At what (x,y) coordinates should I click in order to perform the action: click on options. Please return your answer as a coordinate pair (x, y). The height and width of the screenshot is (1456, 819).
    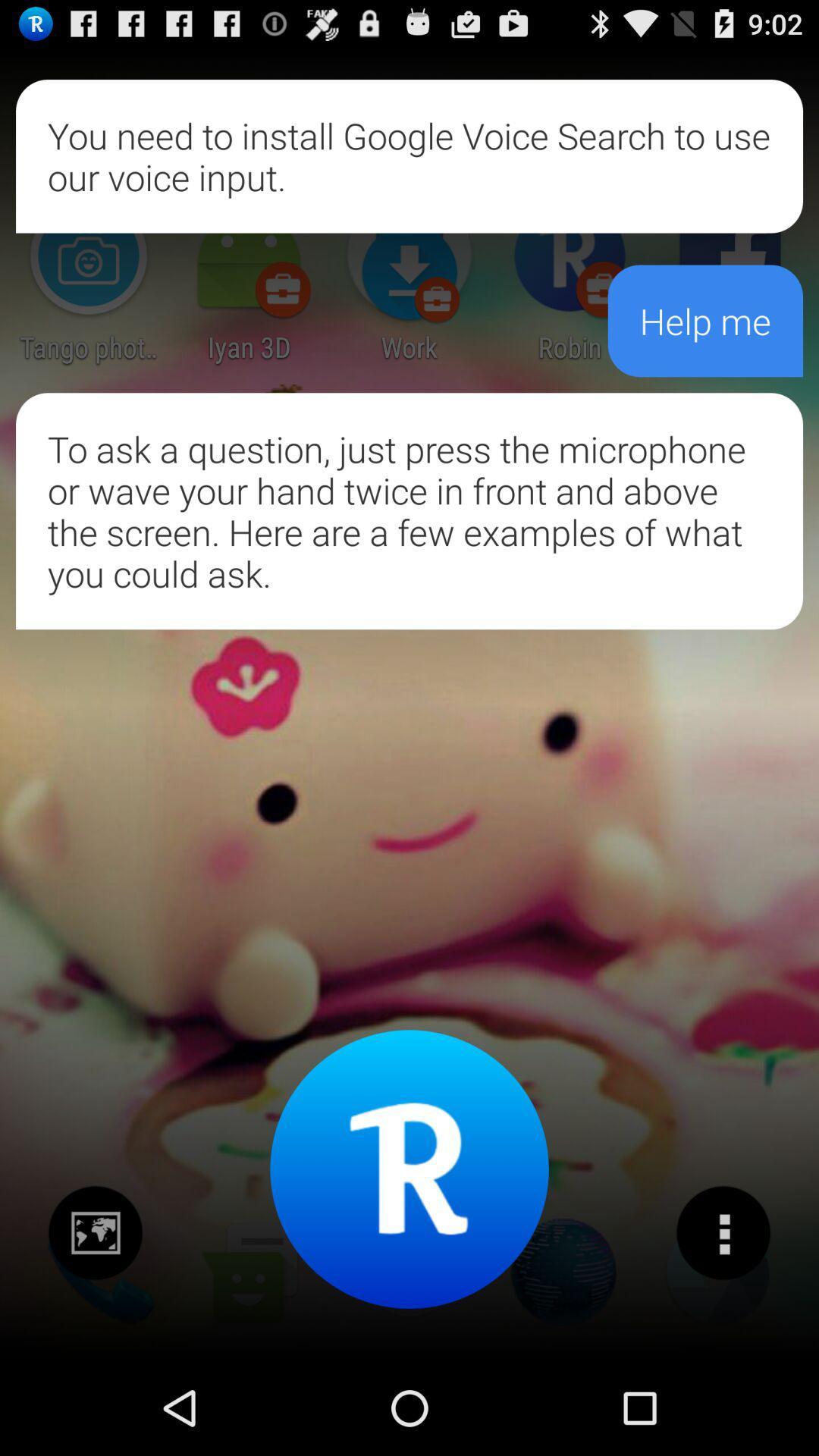
    Looking at the image, I should click on (722, 1233).